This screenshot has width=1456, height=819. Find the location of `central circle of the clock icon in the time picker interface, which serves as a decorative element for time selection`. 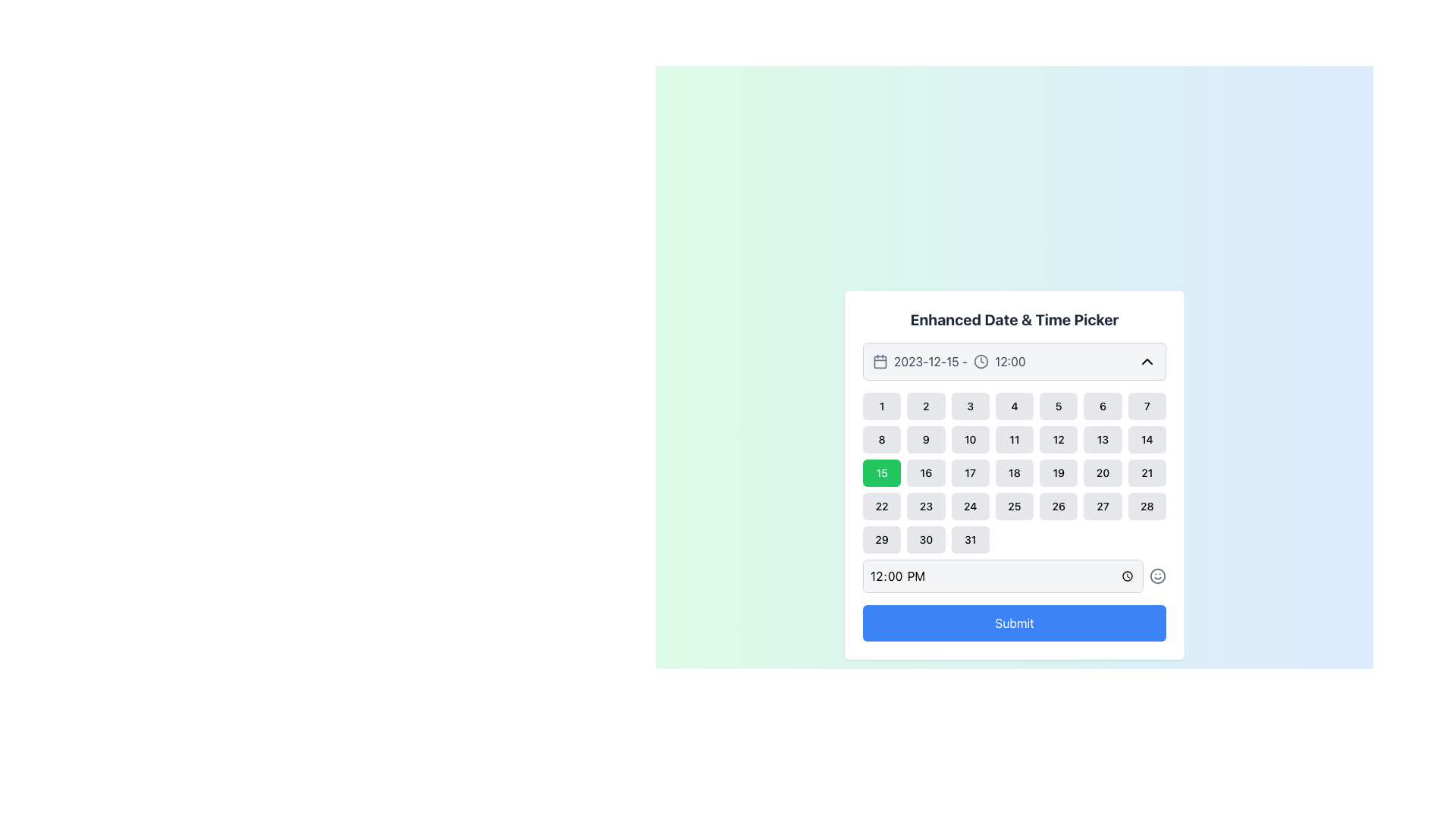

central circle of the clock icon in the time picker interface, which serves as a decorative element for time selection is located at coordinates (981, 362).